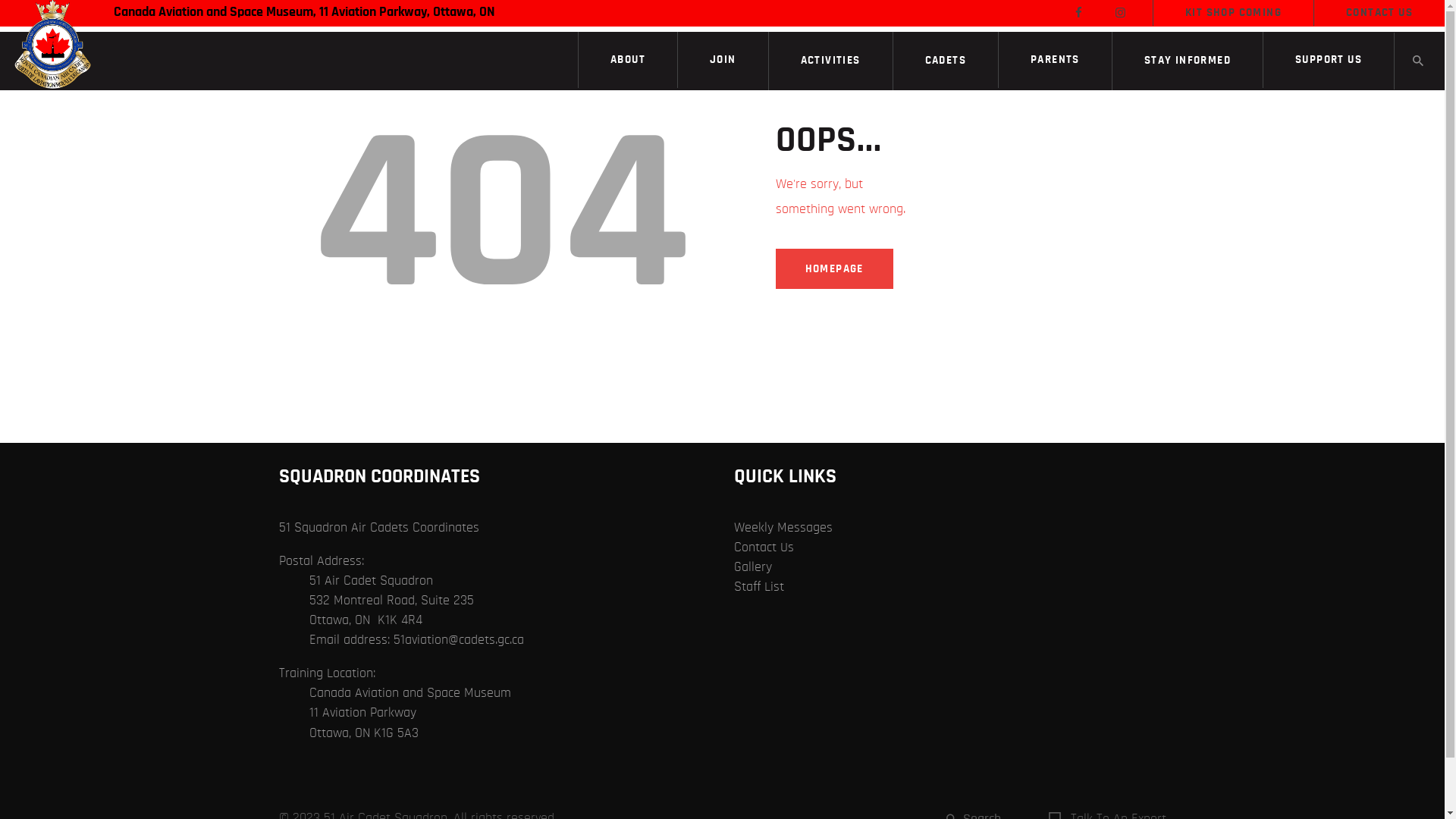 The width and height of the screenshot is (1456, 819). I want to click on 'CADETS', so click(945, 61).